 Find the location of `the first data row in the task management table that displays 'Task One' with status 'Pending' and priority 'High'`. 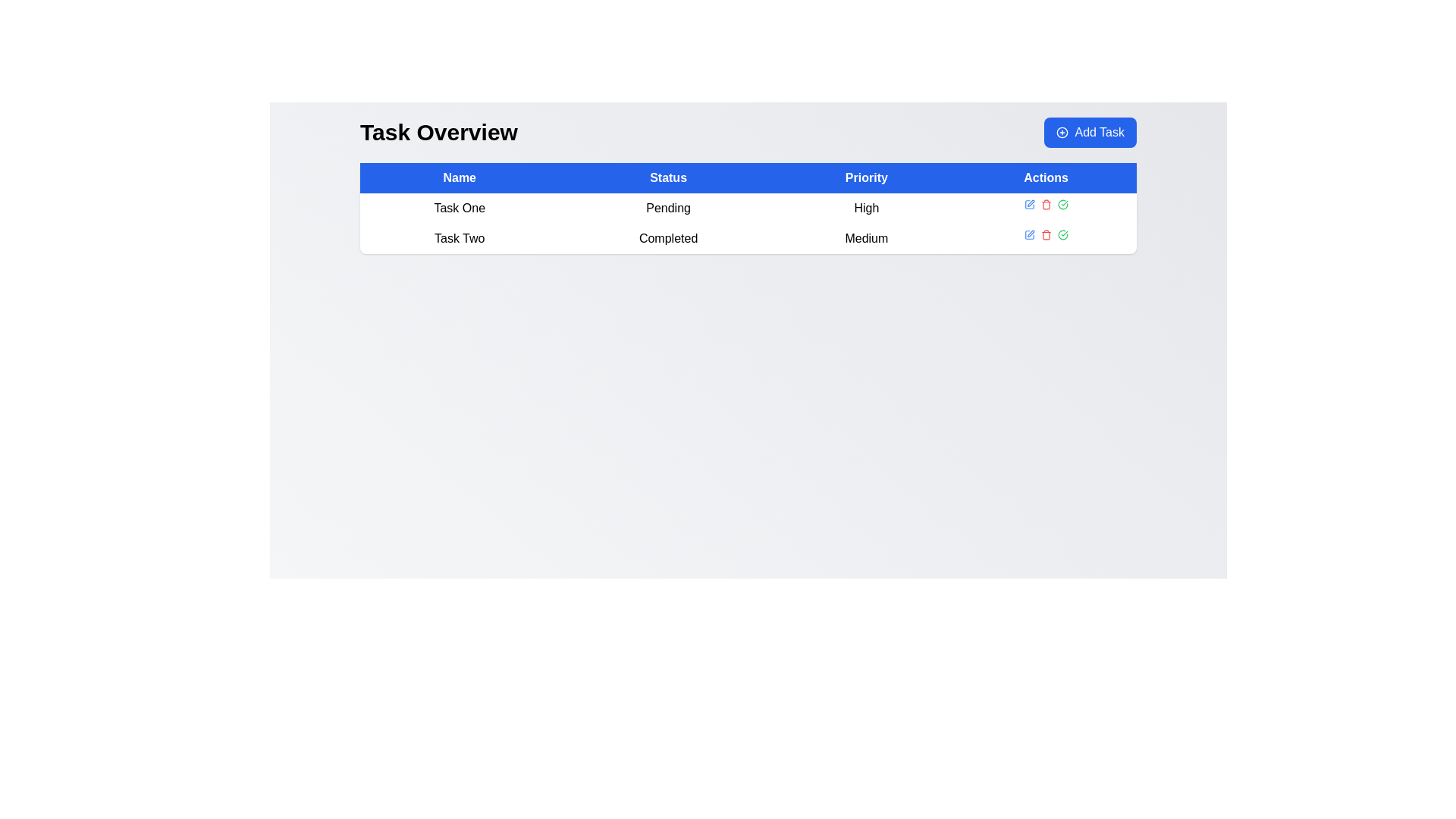

the first data row in the task management table that displays 'Task One' with status 'Pending' and priority 'High' is located at coordinates (748, 223).